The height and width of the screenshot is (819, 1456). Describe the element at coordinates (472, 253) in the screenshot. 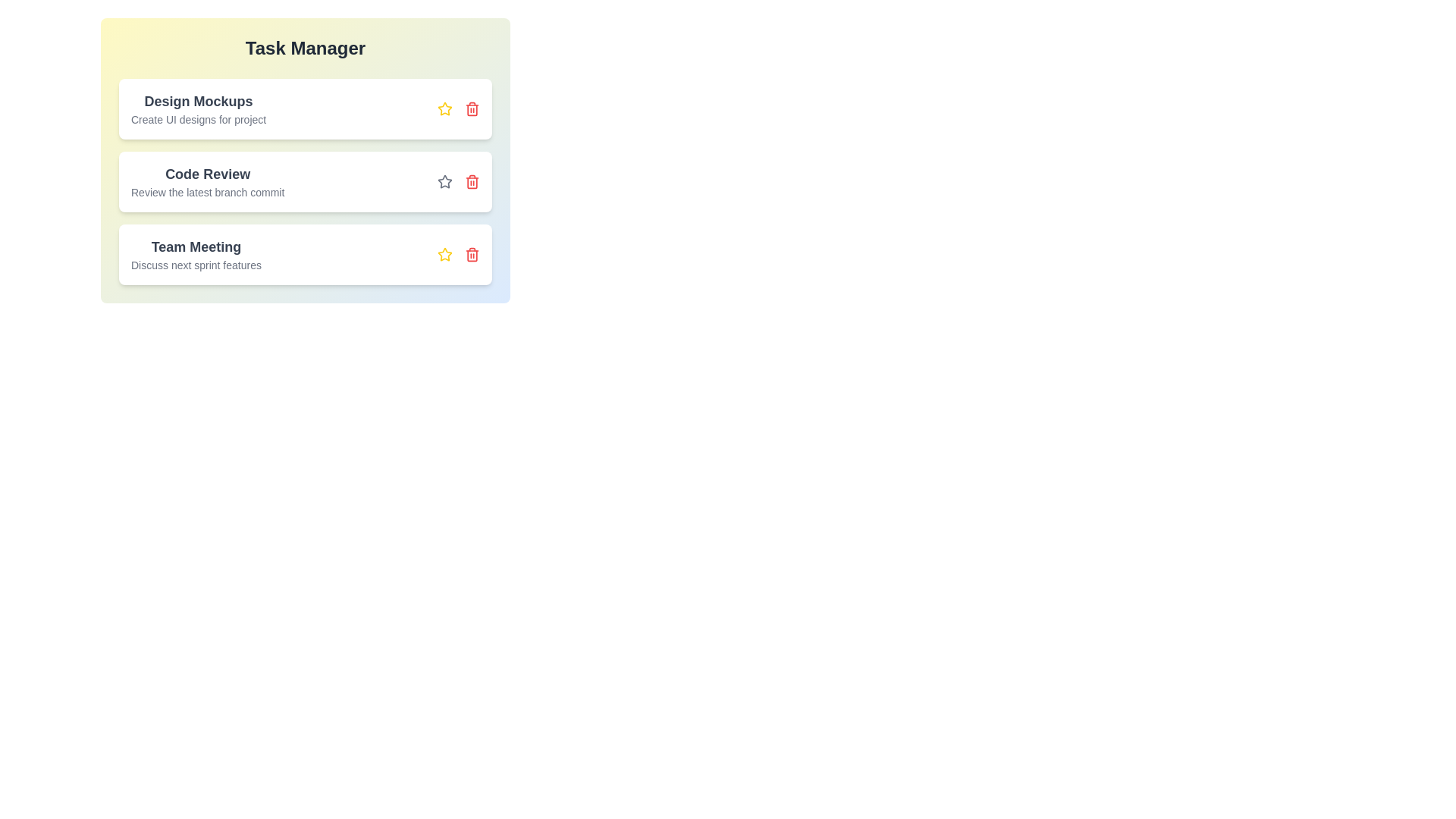

I see `the trash icon to delete the task named Team Meeting` at that location.